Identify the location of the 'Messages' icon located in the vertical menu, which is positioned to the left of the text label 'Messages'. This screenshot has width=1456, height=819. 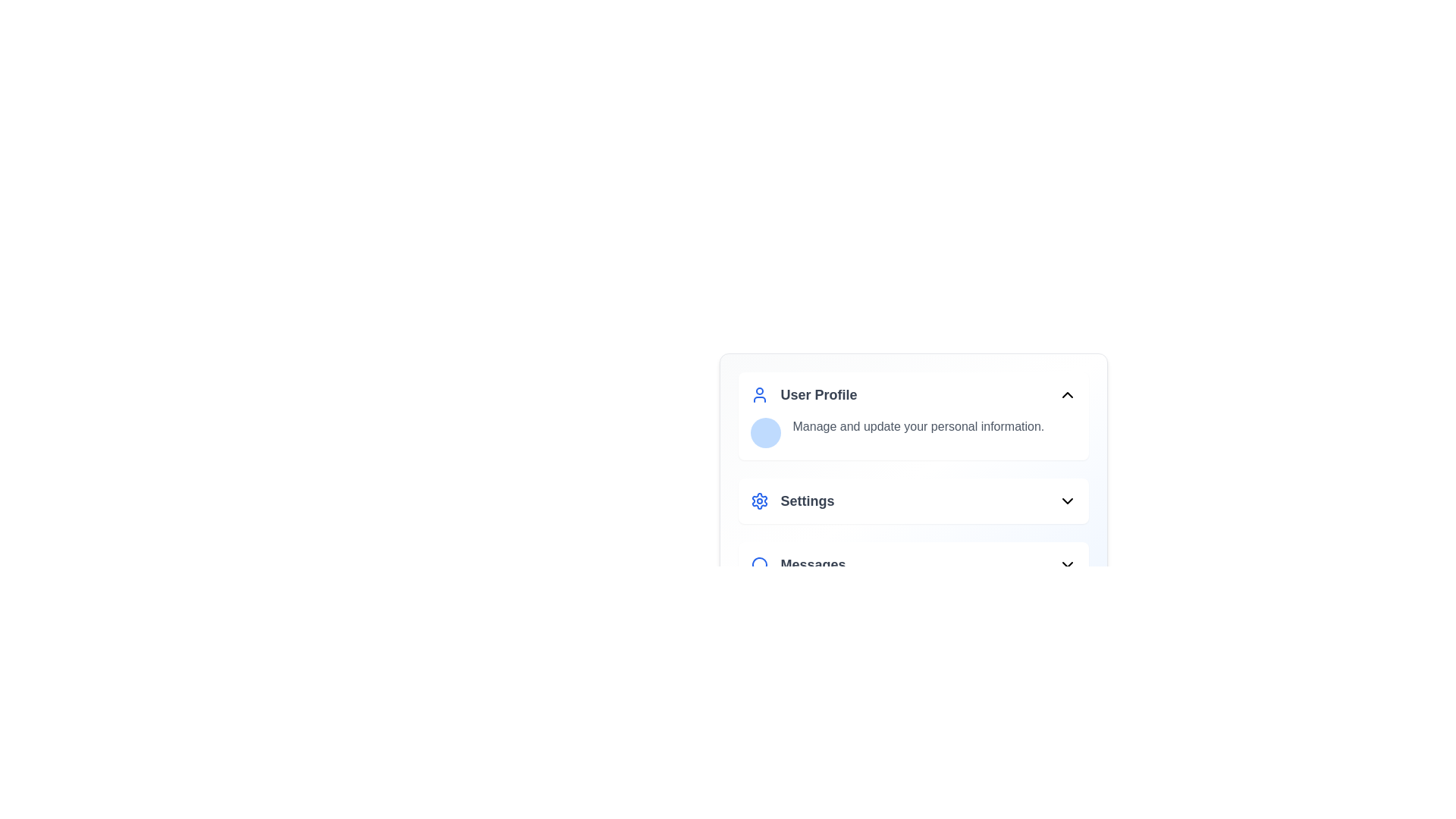
(759, 565).